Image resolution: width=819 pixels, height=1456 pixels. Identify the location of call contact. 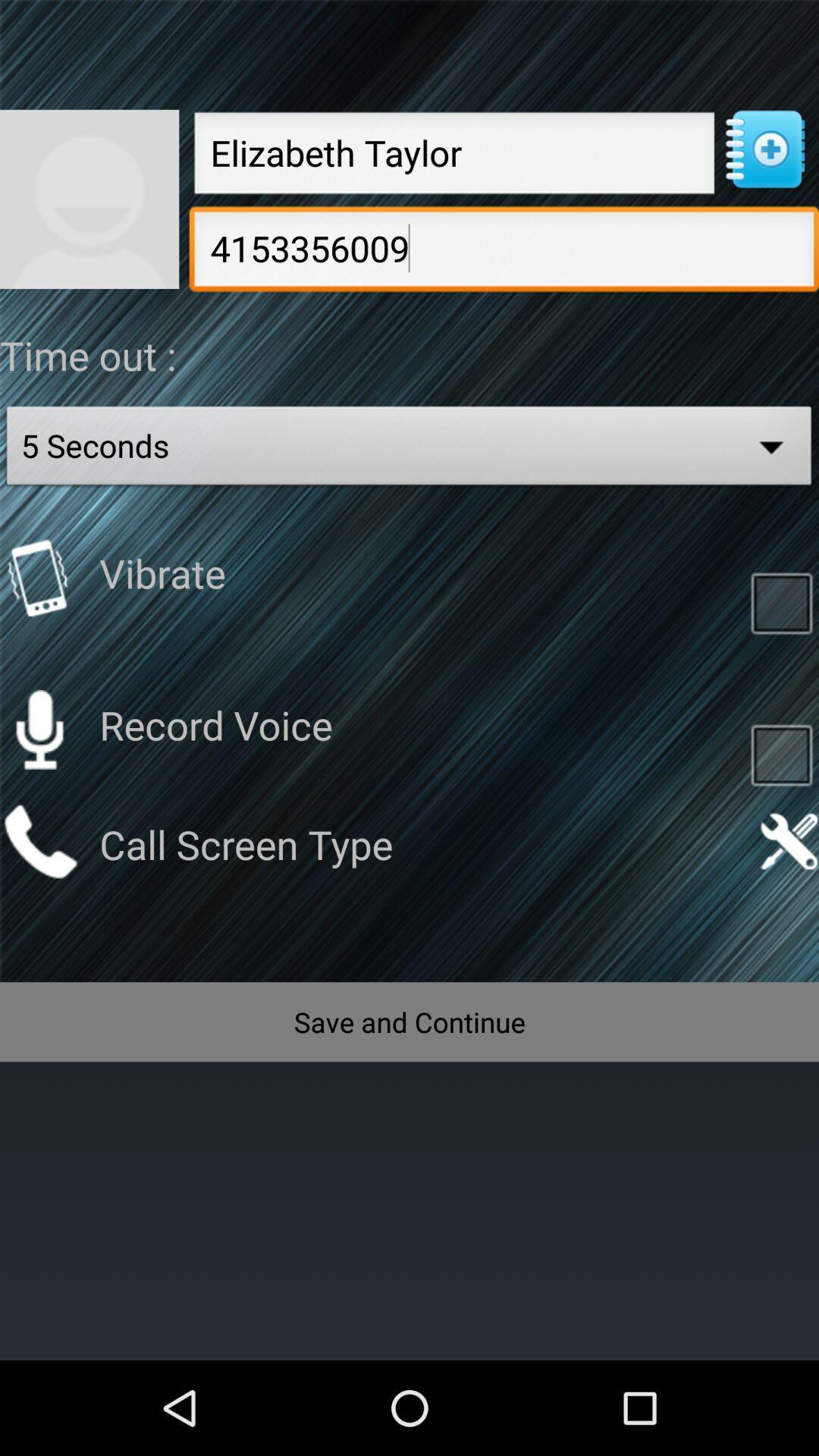
(39, 840).